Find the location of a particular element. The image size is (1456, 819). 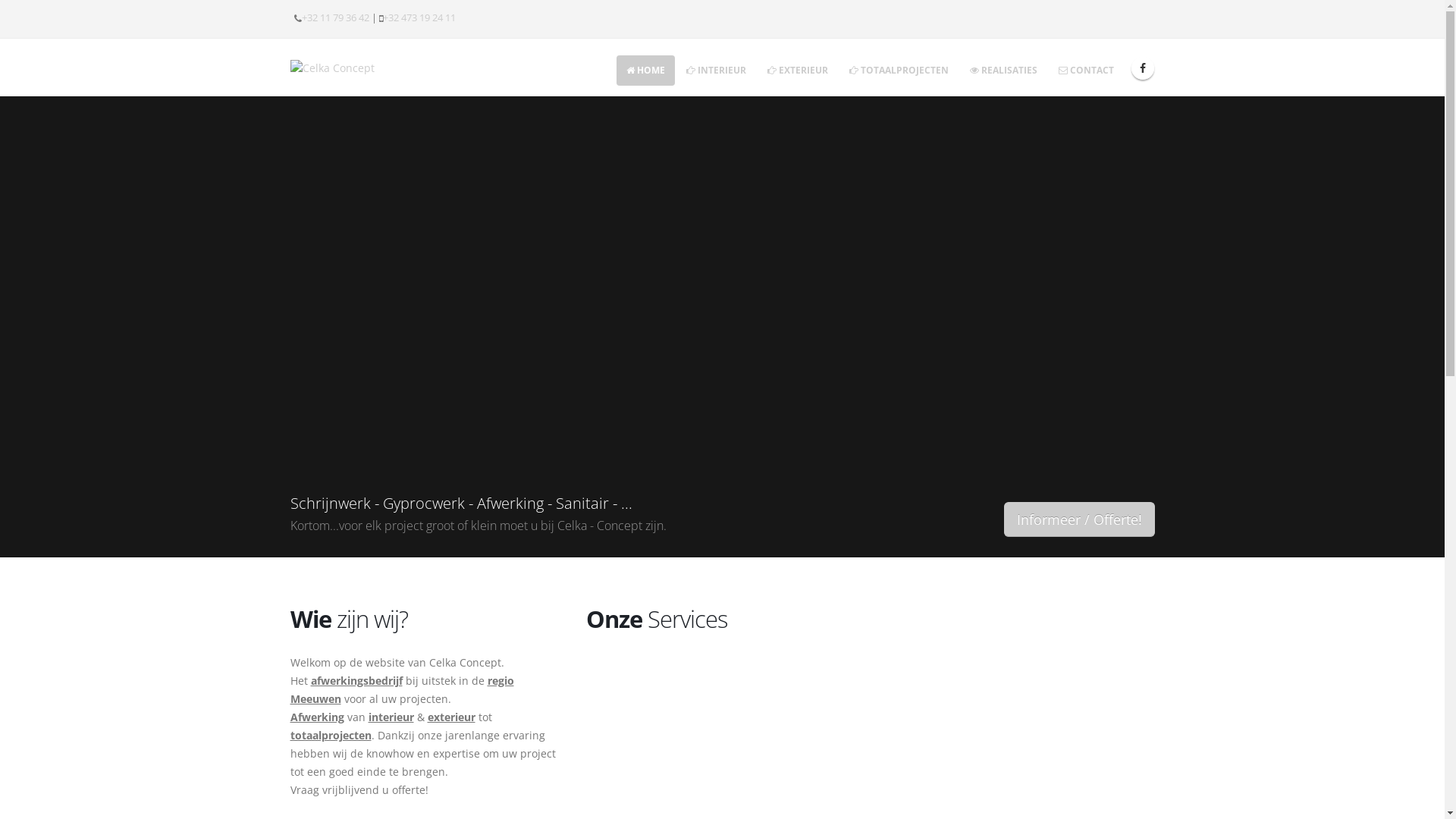

'REALISATIES' is located at coordinates (1003, 70).